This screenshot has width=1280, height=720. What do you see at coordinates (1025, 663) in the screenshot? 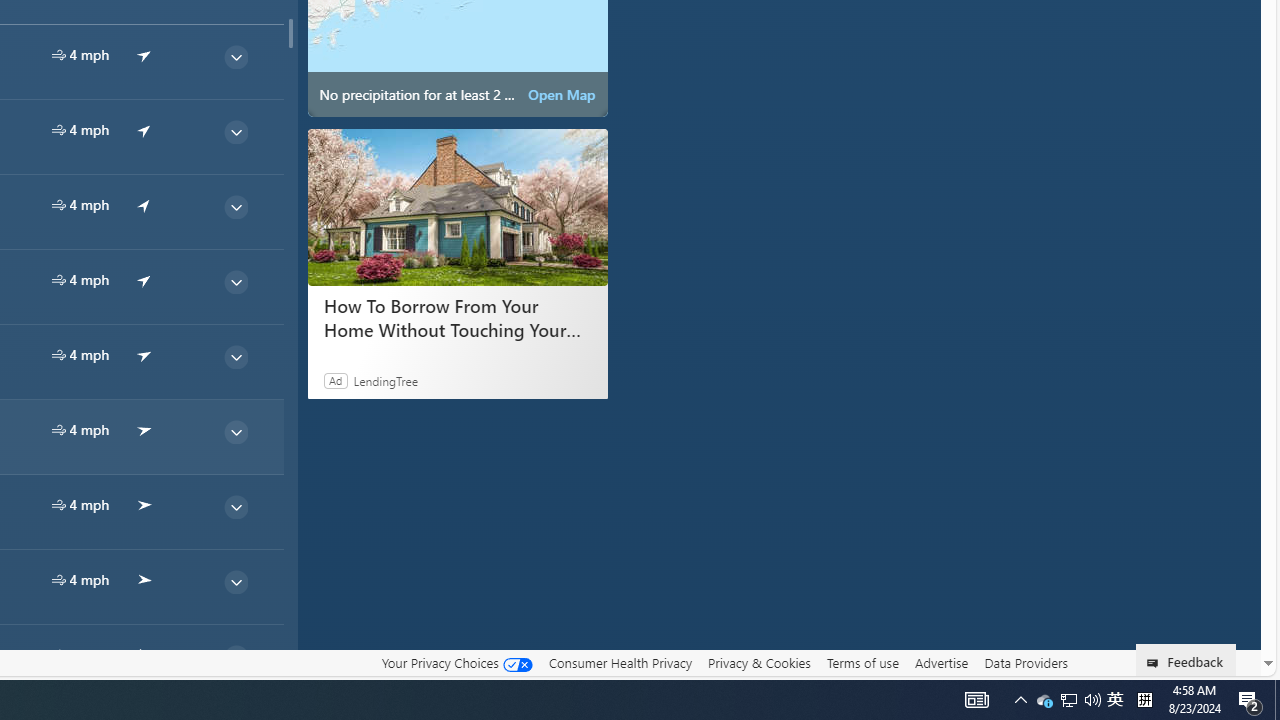
I see `'Data Providers'` at bounding box center [1025, 663].